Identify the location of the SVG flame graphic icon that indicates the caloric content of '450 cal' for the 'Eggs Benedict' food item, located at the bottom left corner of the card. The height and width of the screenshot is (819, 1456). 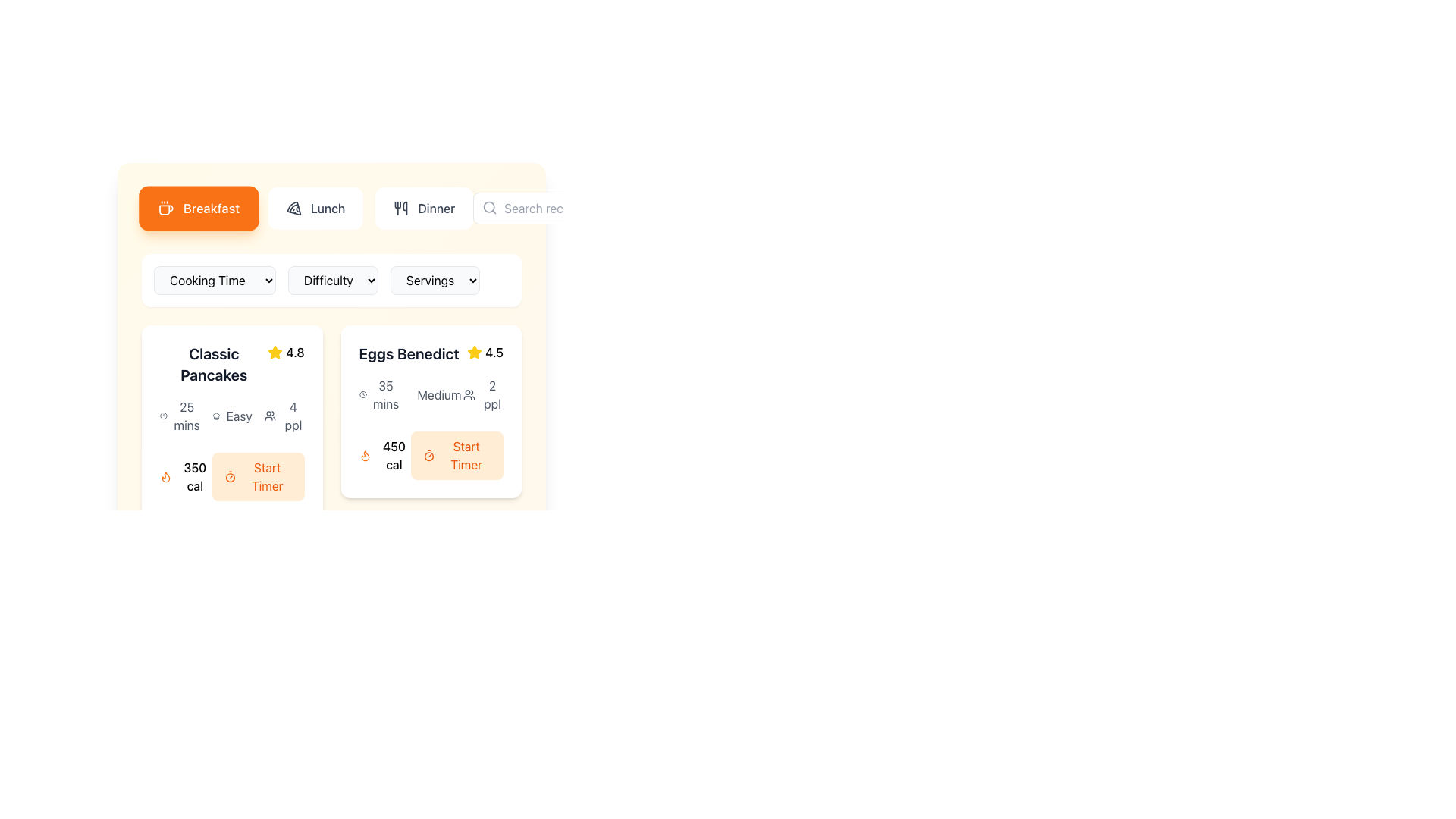
(365, 455).